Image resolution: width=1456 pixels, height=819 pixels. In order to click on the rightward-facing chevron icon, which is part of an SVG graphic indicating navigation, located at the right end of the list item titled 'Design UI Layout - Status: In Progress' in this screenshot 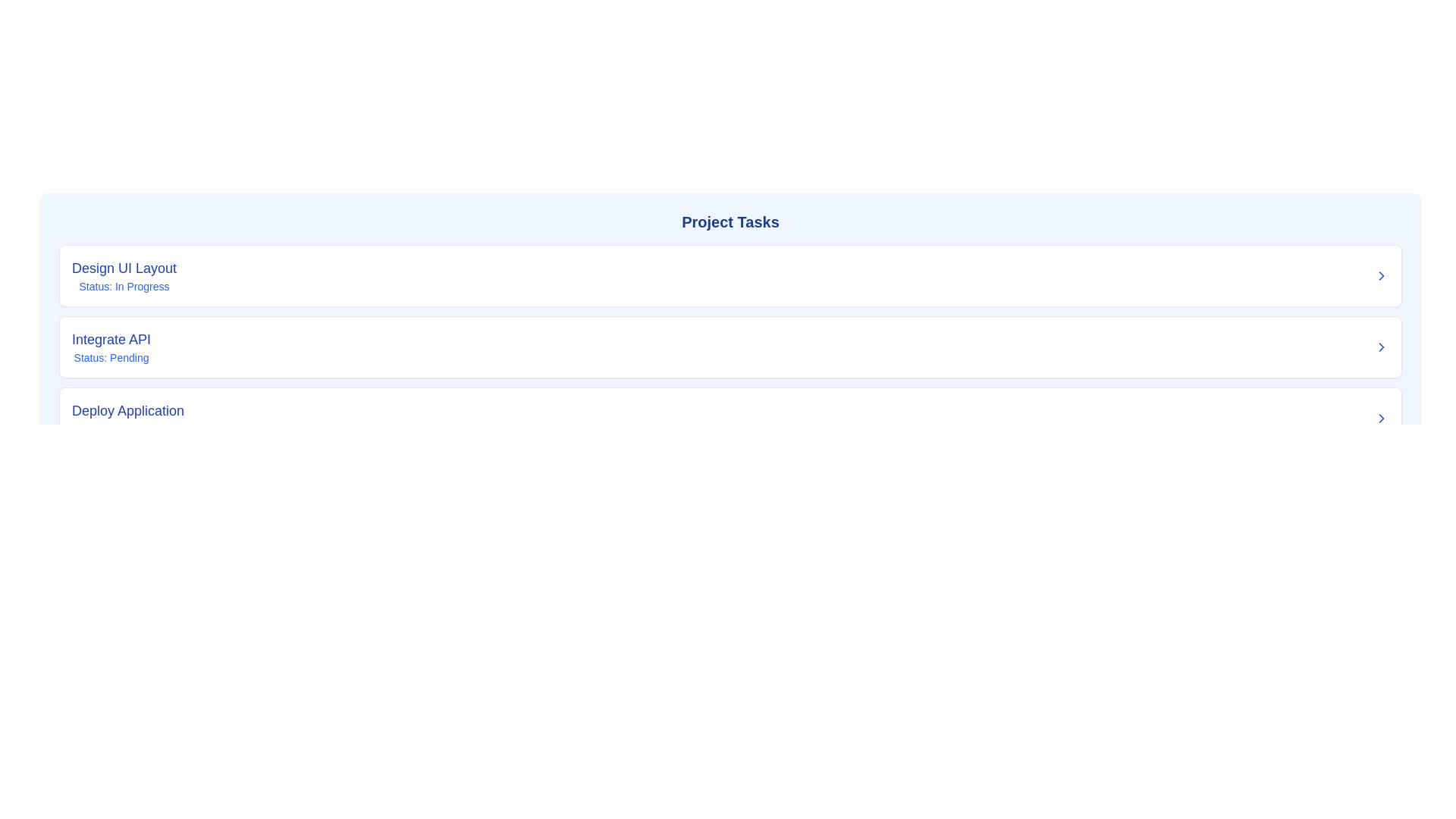, I will do `click(1382, 275)`.